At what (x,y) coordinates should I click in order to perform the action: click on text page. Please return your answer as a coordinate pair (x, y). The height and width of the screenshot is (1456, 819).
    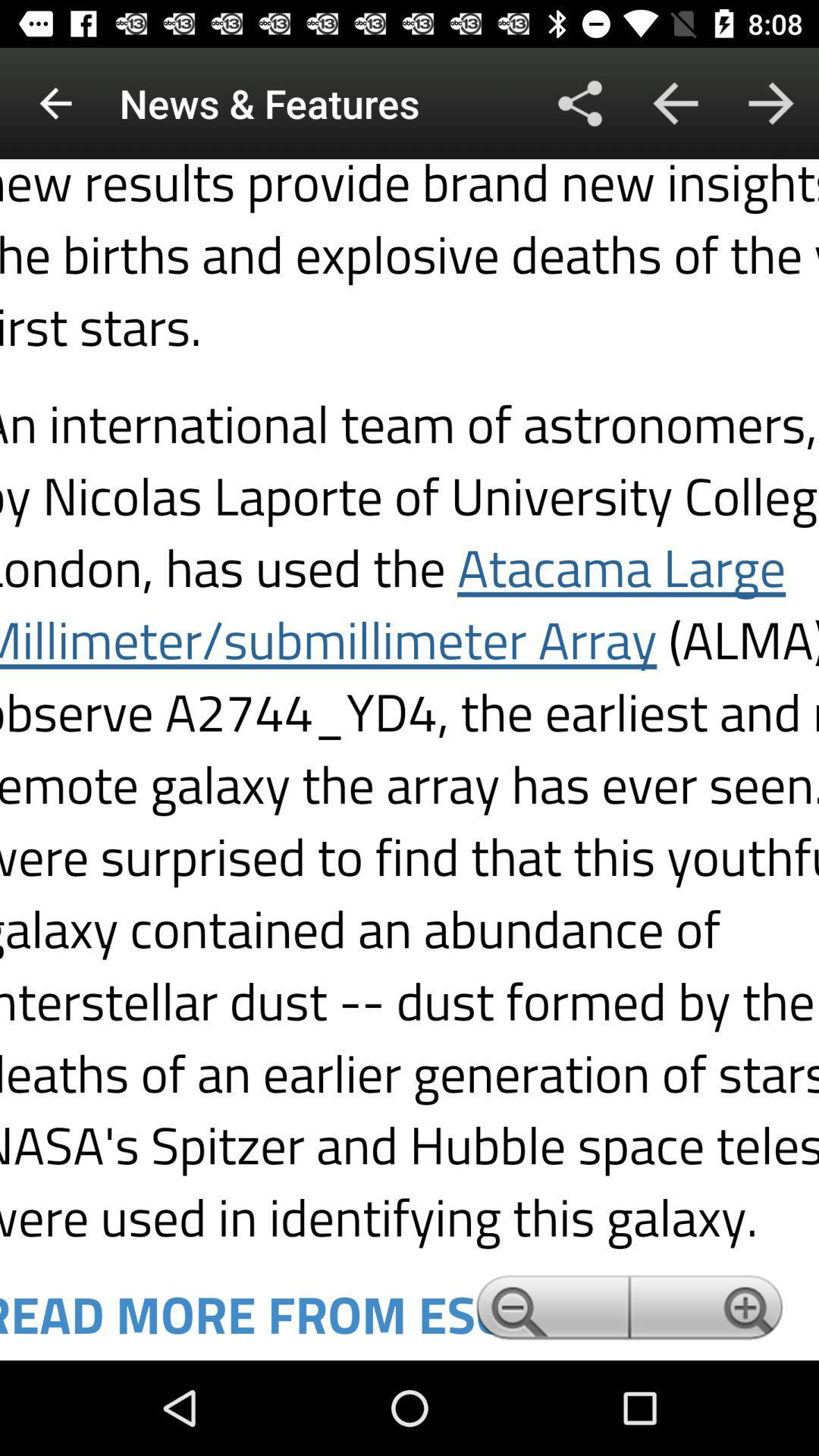
    Looking at the image, I should click on (409, 760).